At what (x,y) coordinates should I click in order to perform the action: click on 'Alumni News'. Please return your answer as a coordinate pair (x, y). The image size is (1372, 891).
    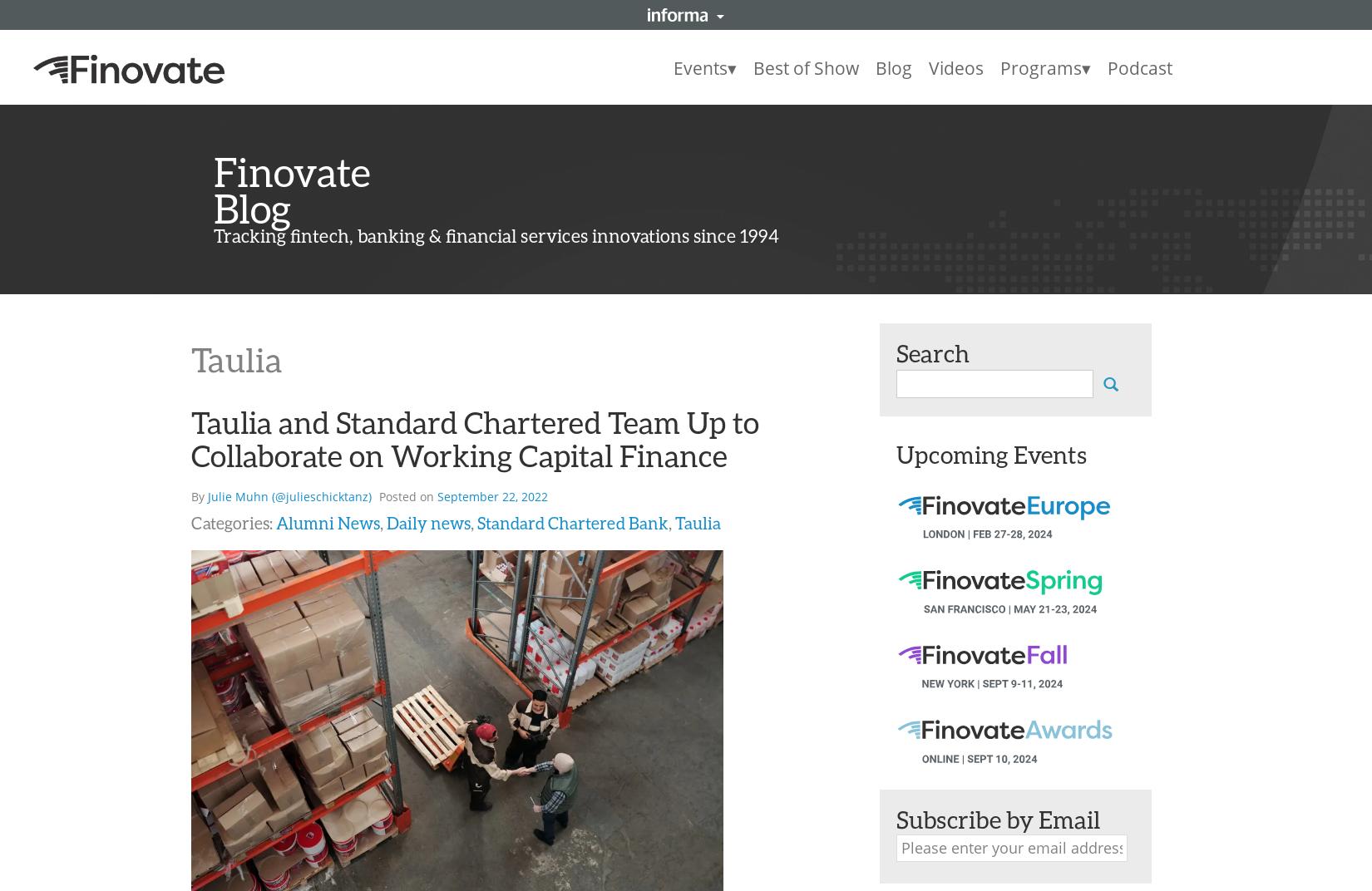
    Looking at the image, I should click on (328, 523).